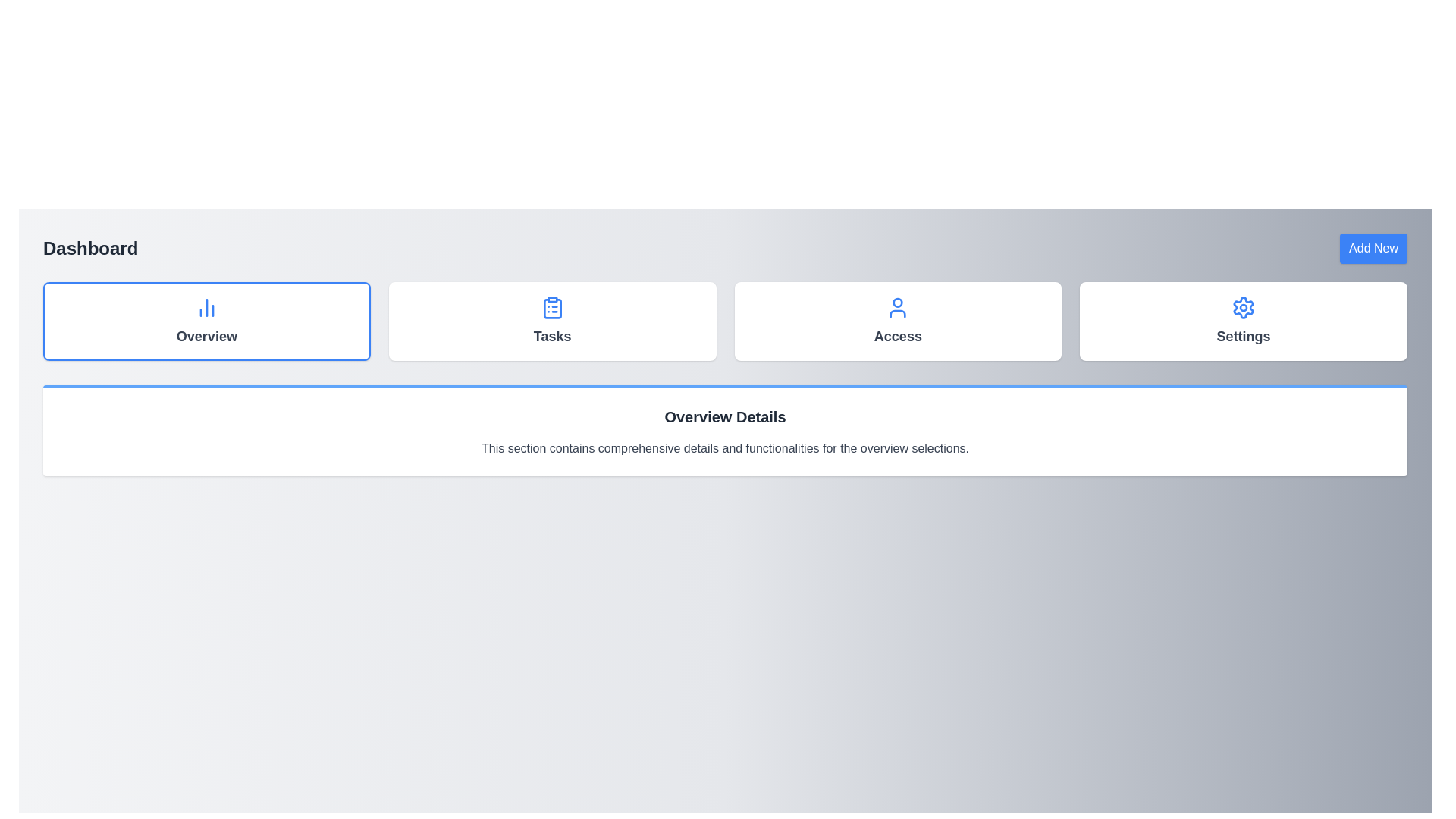 Image resolution: width=1456 pixels, height=819 pixels. I want to click on the 'Settings' card, which is the last card in a row of four cards, so click(1244, 321).